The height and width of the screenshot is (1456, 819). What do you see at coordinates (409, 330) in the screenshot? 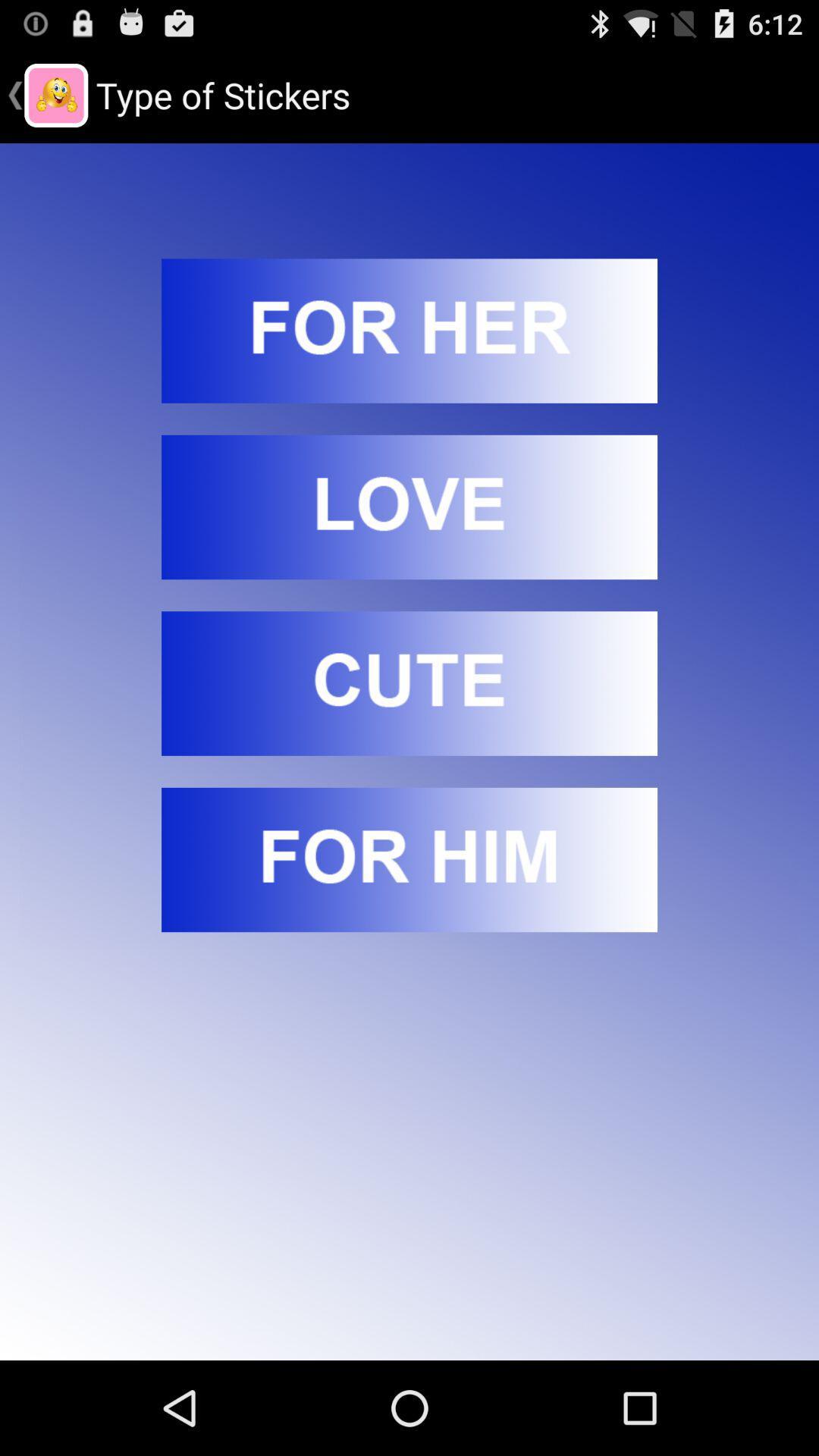
I see `expand option` at bounding box center [409, 330].